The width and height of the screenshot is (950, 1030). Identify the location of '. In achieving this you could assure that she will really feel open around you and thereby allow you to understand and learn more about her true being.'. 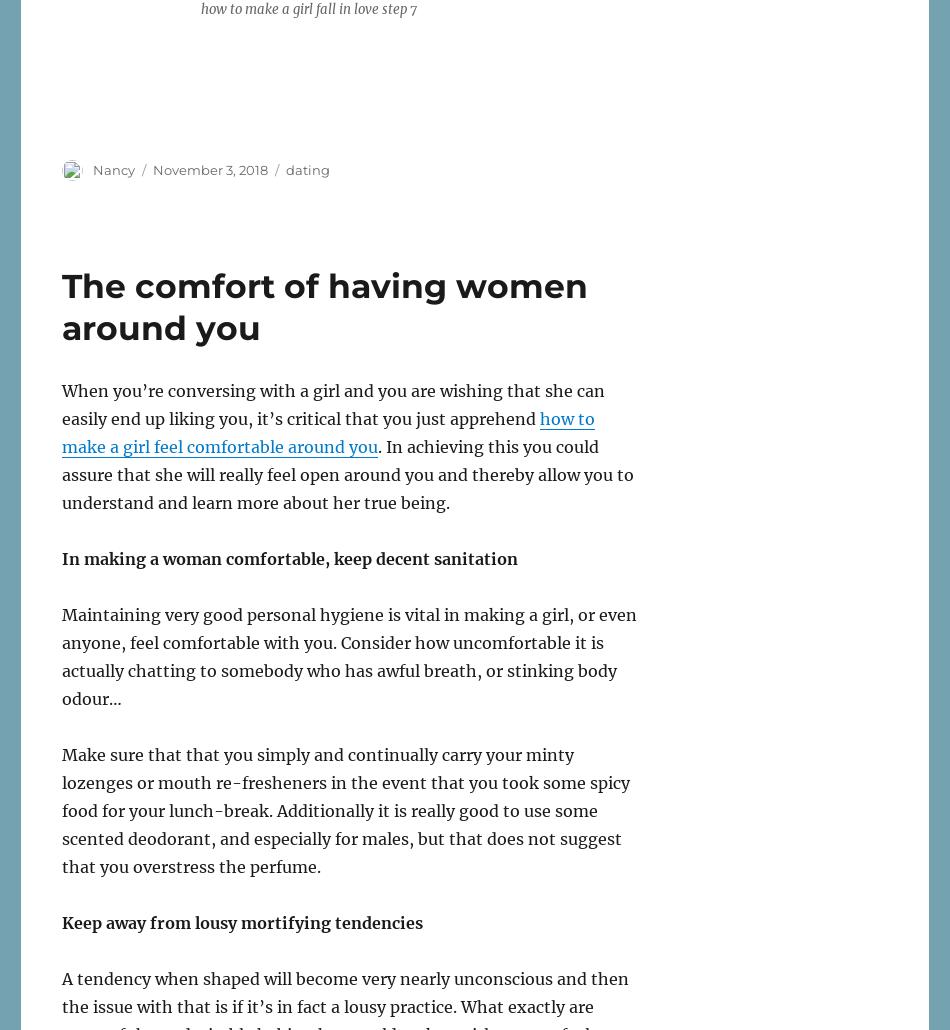
(346, 473).